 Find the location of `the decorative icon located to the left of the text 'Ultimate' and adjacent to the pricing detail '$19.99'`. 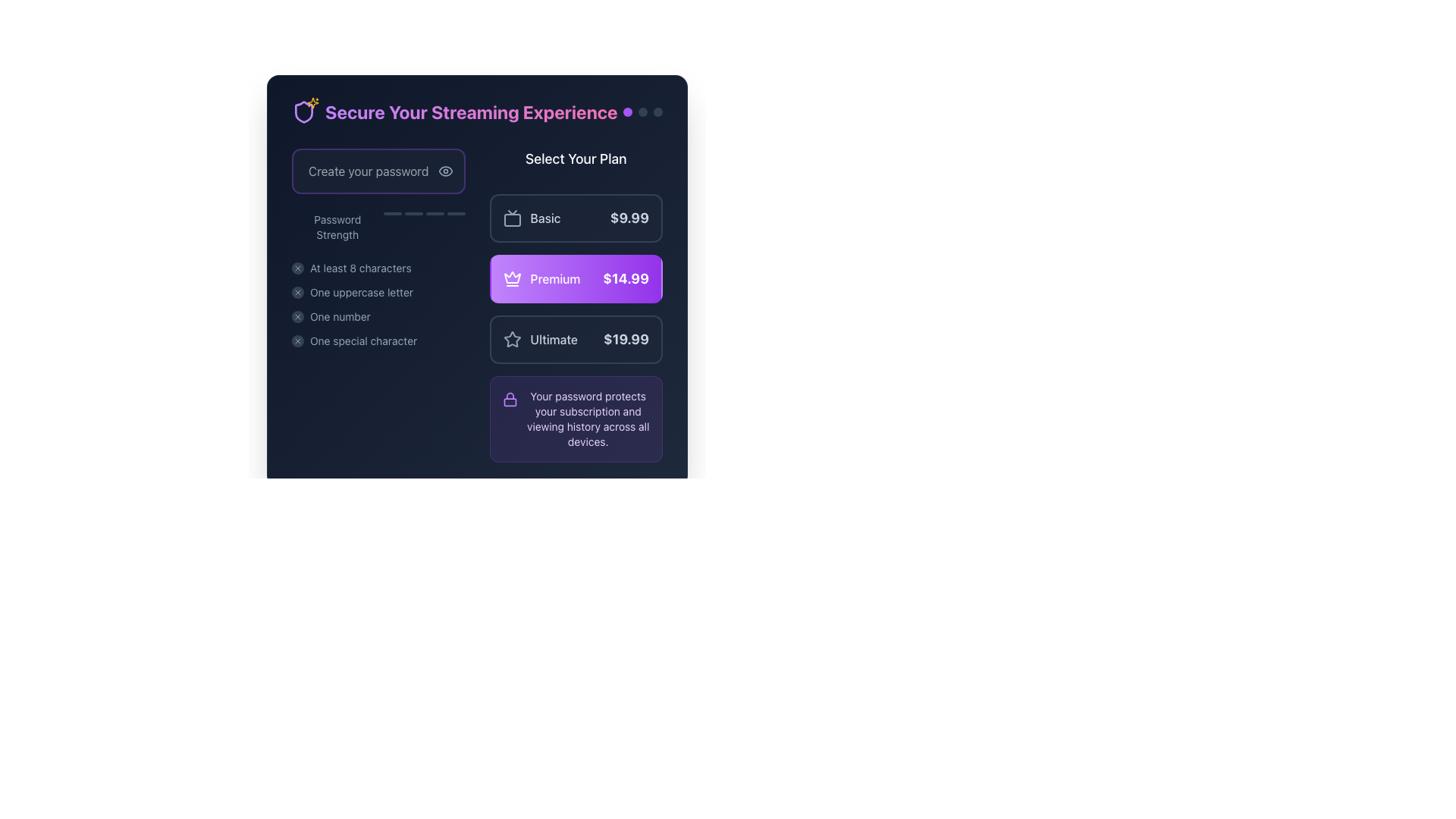

the decorative icon located to the left of the text 'Ultimate' and adjacent to the pricing detail '$19.99' is located at coordinates (512, 338).